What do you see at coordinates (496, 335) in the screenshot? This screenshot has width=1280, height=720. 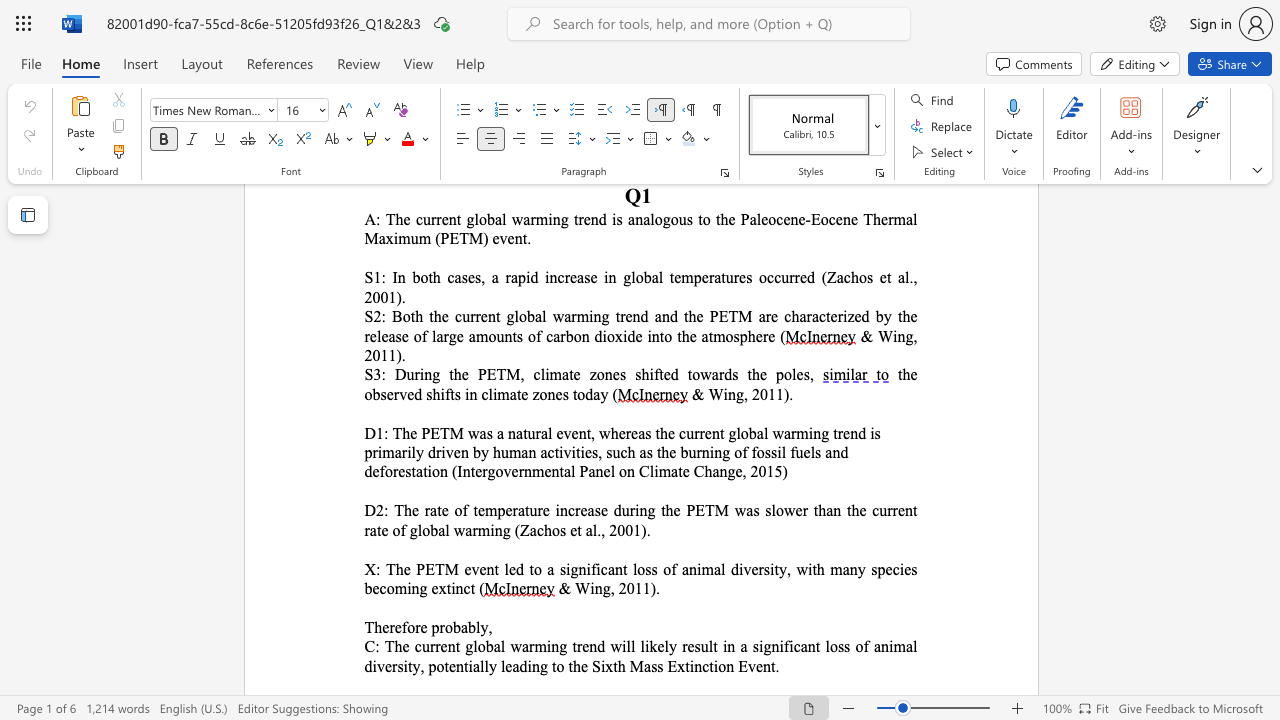 I see `the subset text "unts" within the text "large amounts"` at bounding box center [496, 335].